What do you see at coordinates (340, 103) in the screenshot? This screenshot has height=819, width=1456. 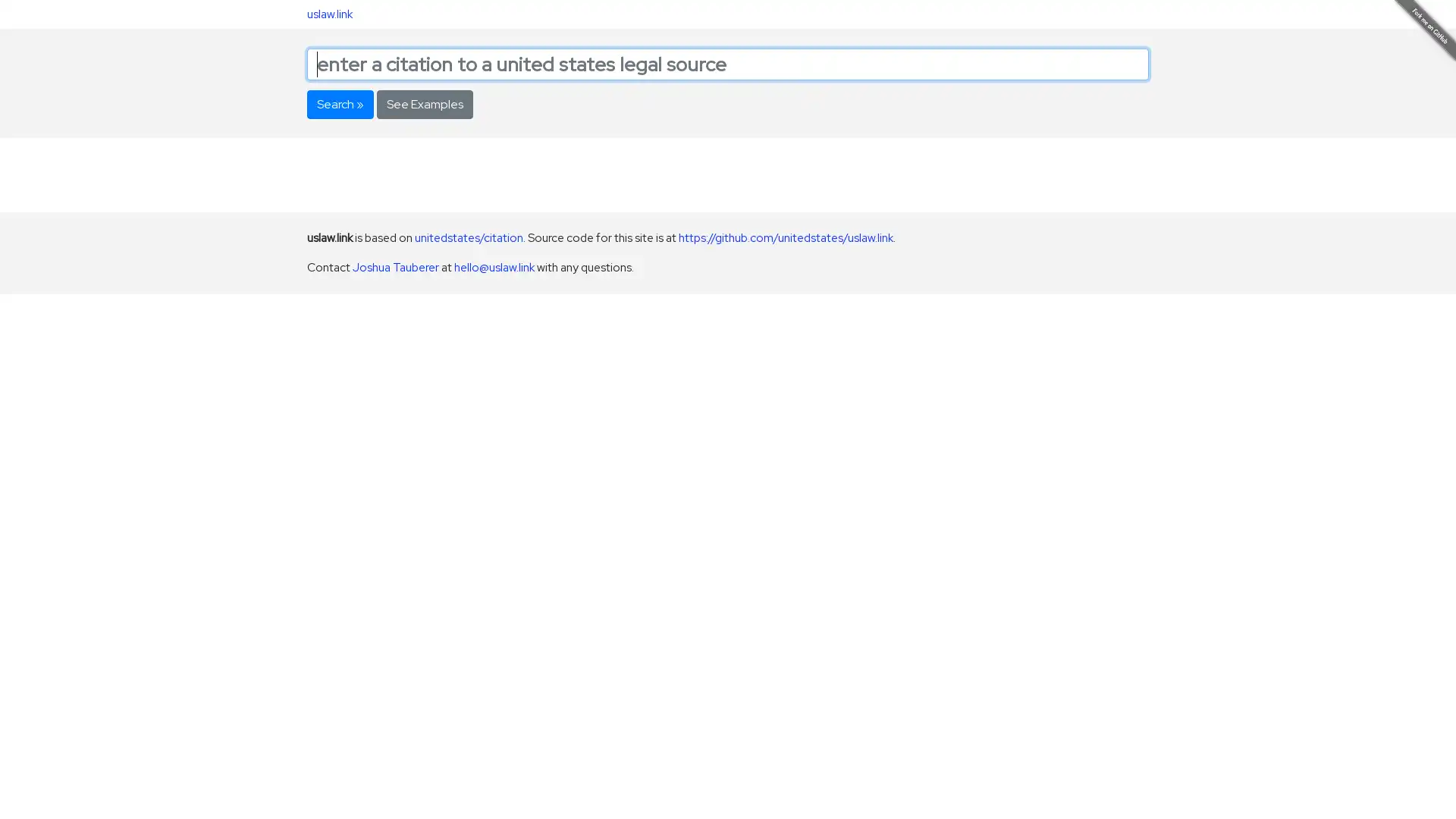 I see `Search` at bounding box center [340, 103].